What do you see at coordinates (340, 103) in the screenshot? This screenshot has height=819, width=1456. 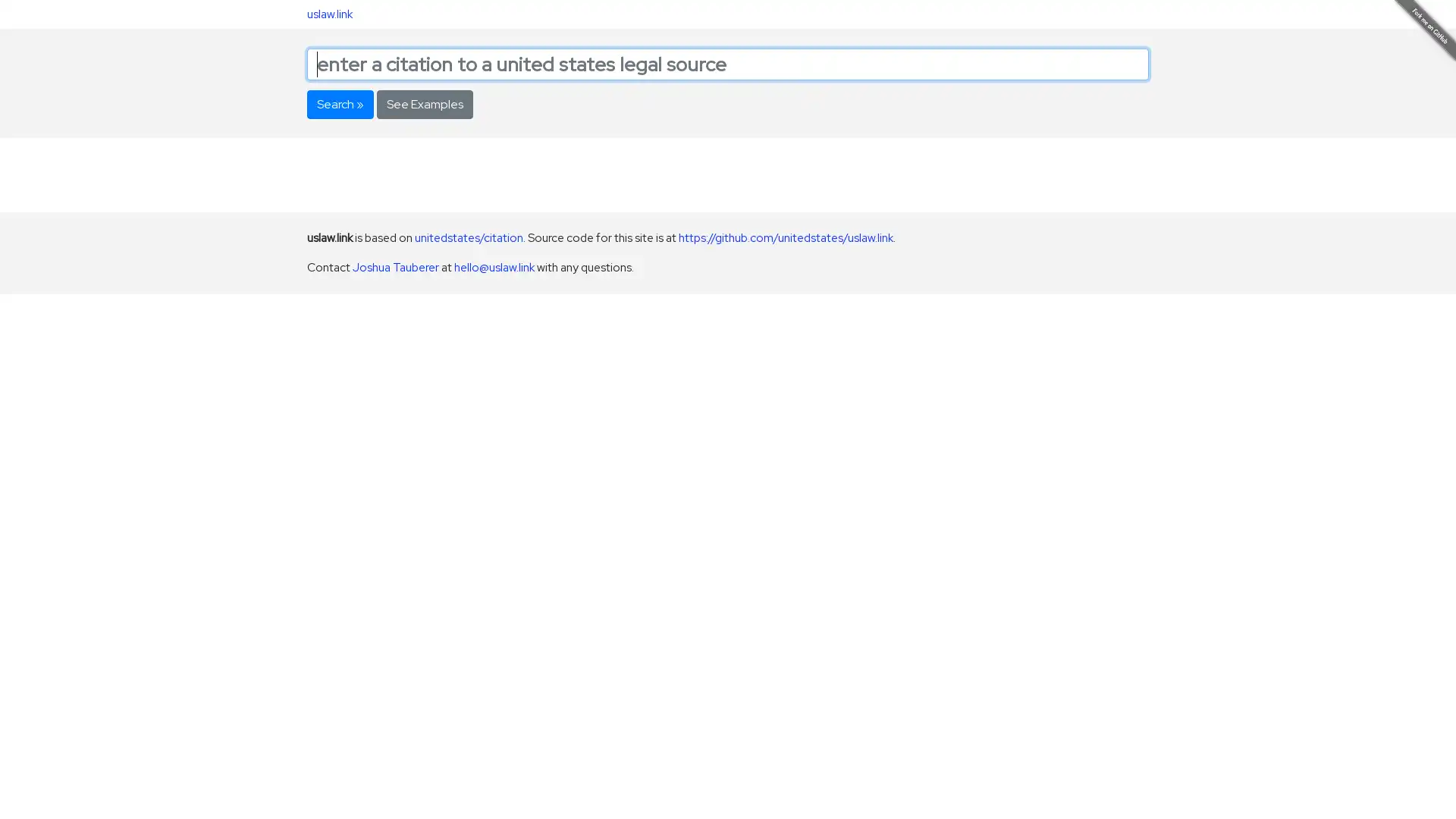 I see `Search` at bounding box center [340, 103].